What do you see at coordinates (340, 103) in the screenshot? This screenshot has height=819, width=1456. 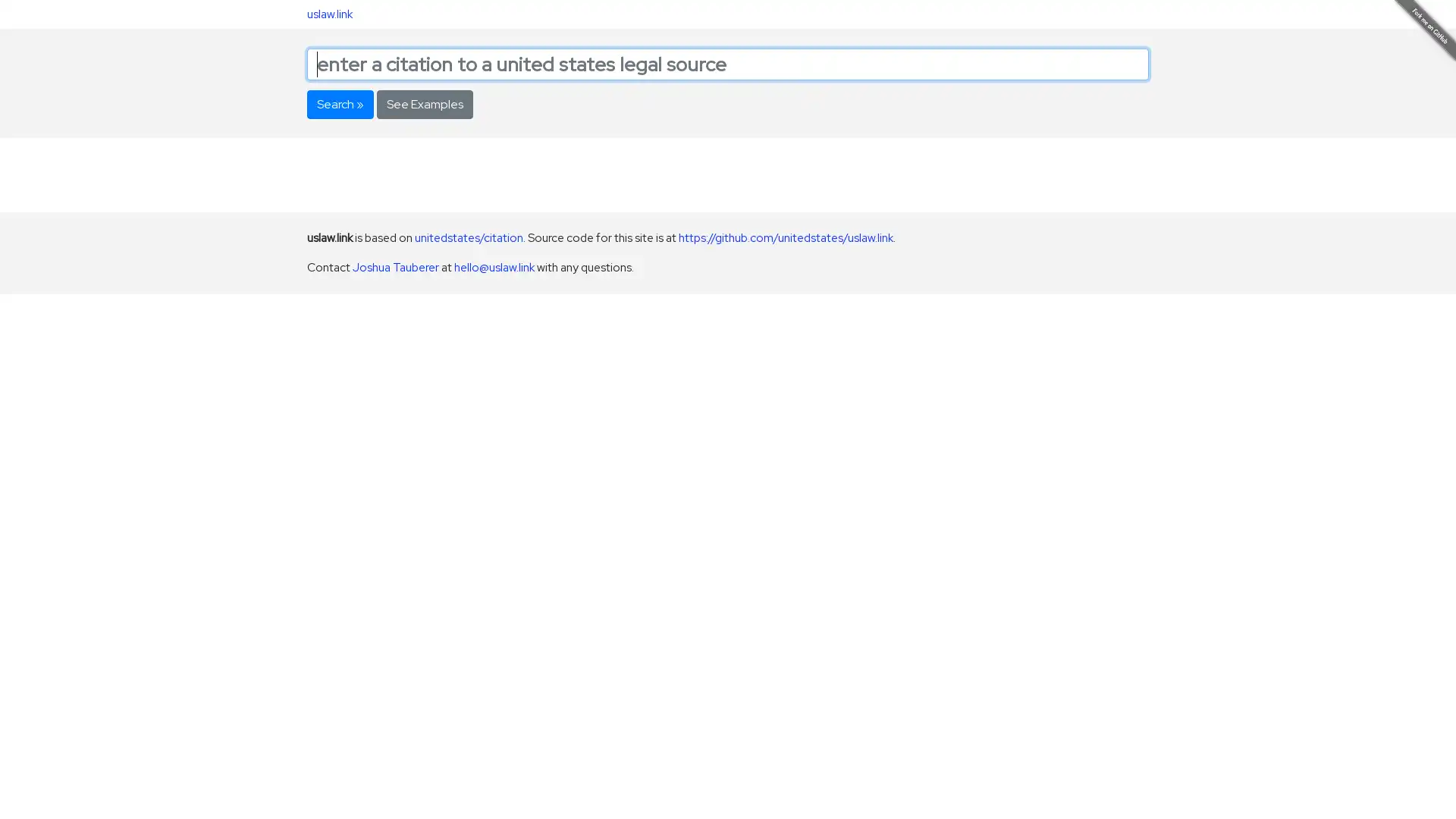 I see `Search` at bounding box center [340, 103].